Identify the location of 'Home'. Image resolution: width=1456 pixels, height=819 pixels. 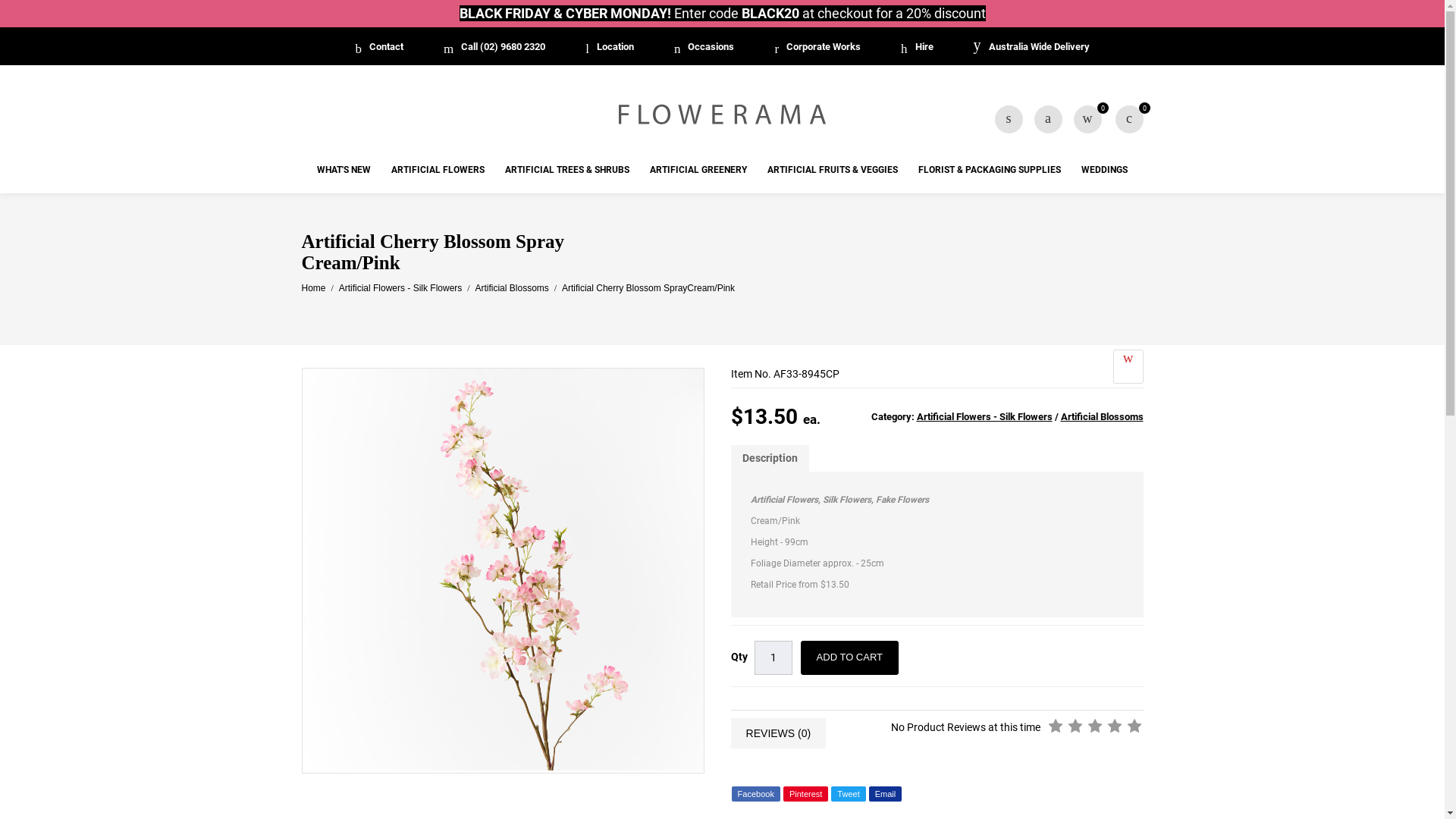
(312, 288).